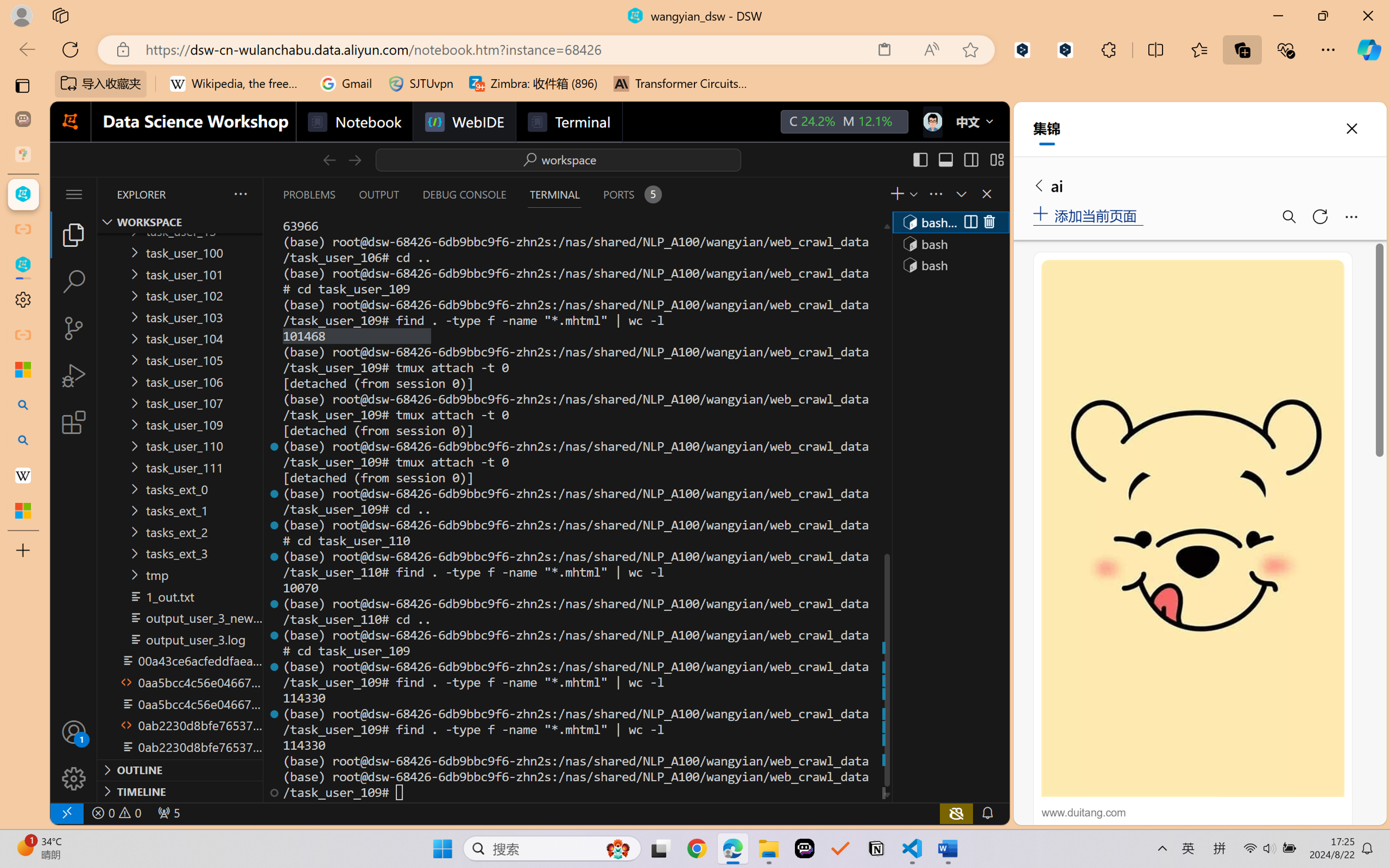 The image size is (1390, 868). Describe the element at coordinates (464, 193) in the screenshot. I see `'Debug Console (Ctrl+Shift+Y)'` at that location.